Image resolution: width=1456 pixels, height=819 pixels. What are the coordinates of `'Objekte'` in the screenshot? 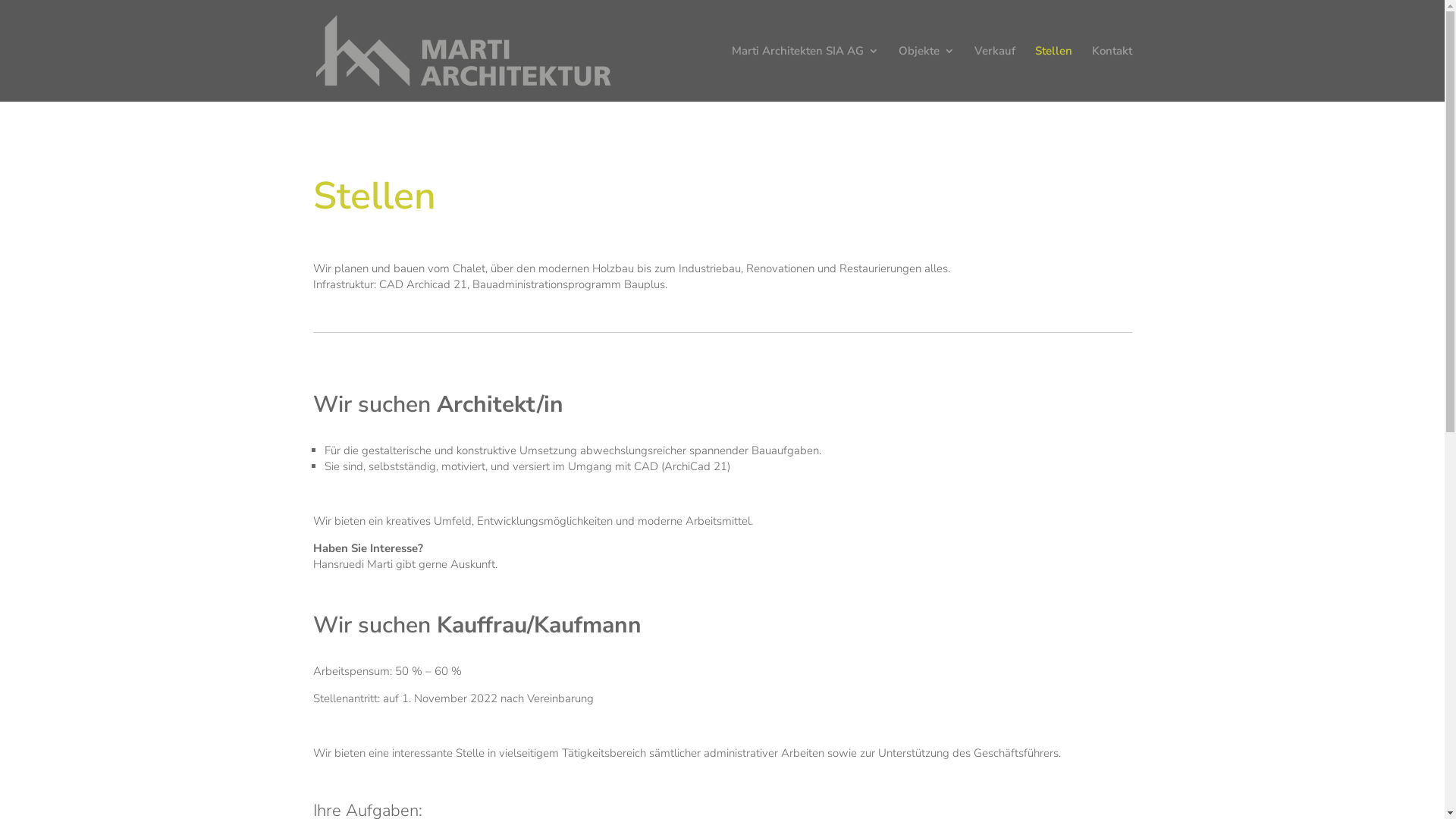 It's located at (924, 73).